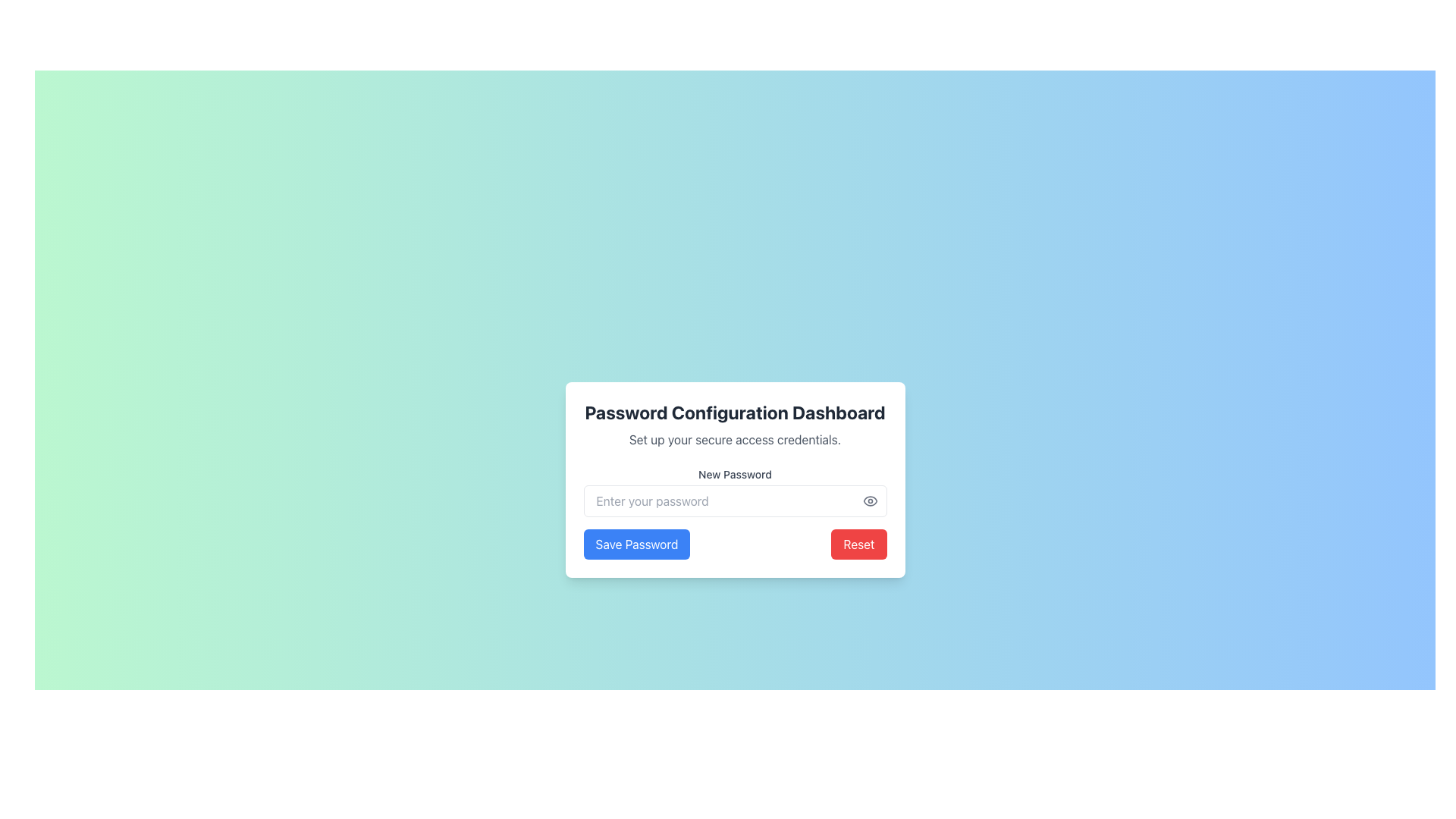 The width and height of the screenshot is (1456, 819). Describe the element at coordinates (858, 543) in the screenshot. I see `the reset password button located at the bottom-right corner of the modal dialog, adjacent to the 'Save Password' button` at that location.